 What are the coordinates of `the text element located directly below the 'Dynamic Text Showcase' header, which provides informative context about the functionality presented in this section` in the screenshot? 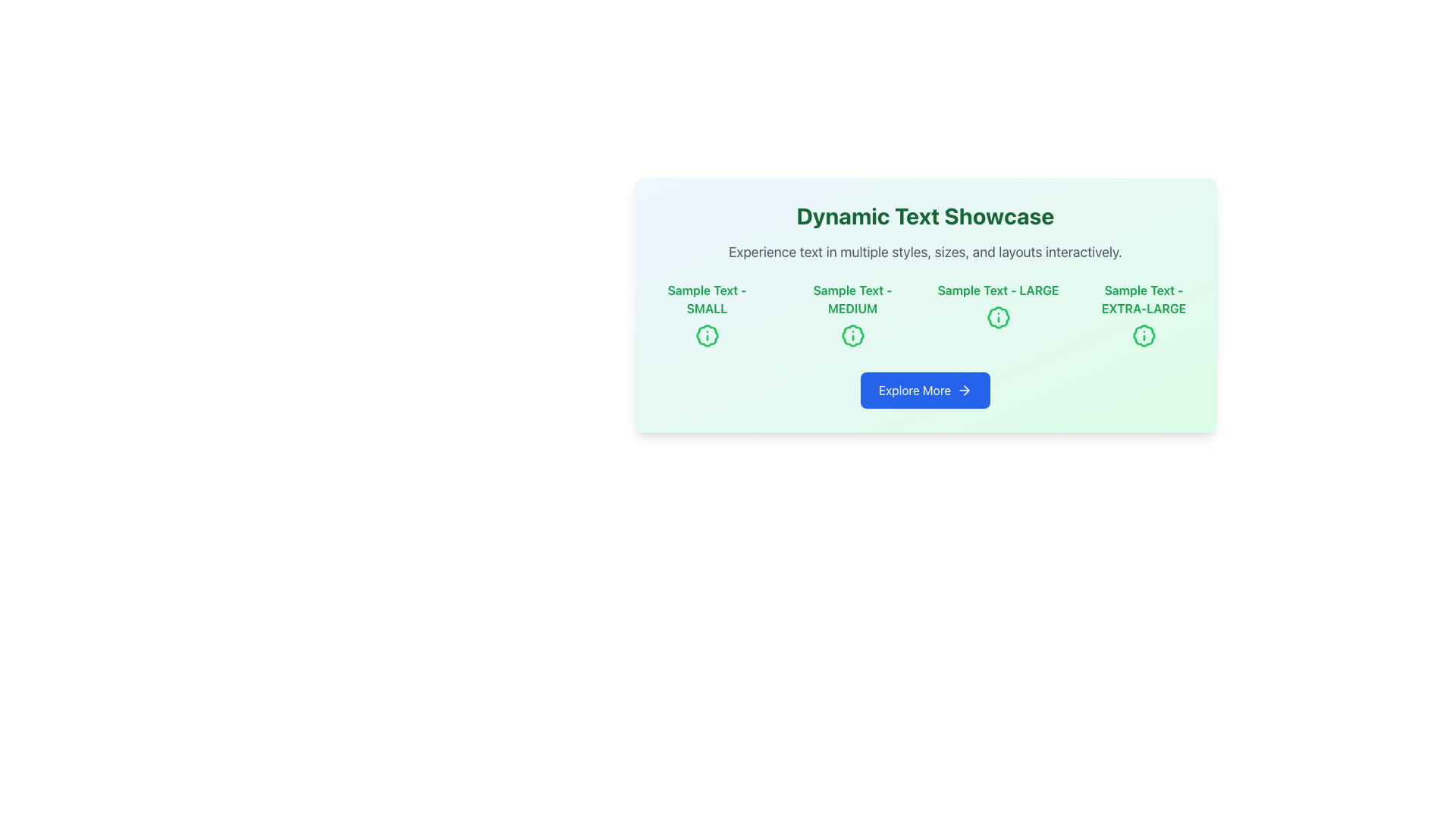 It's located at (924, 251).